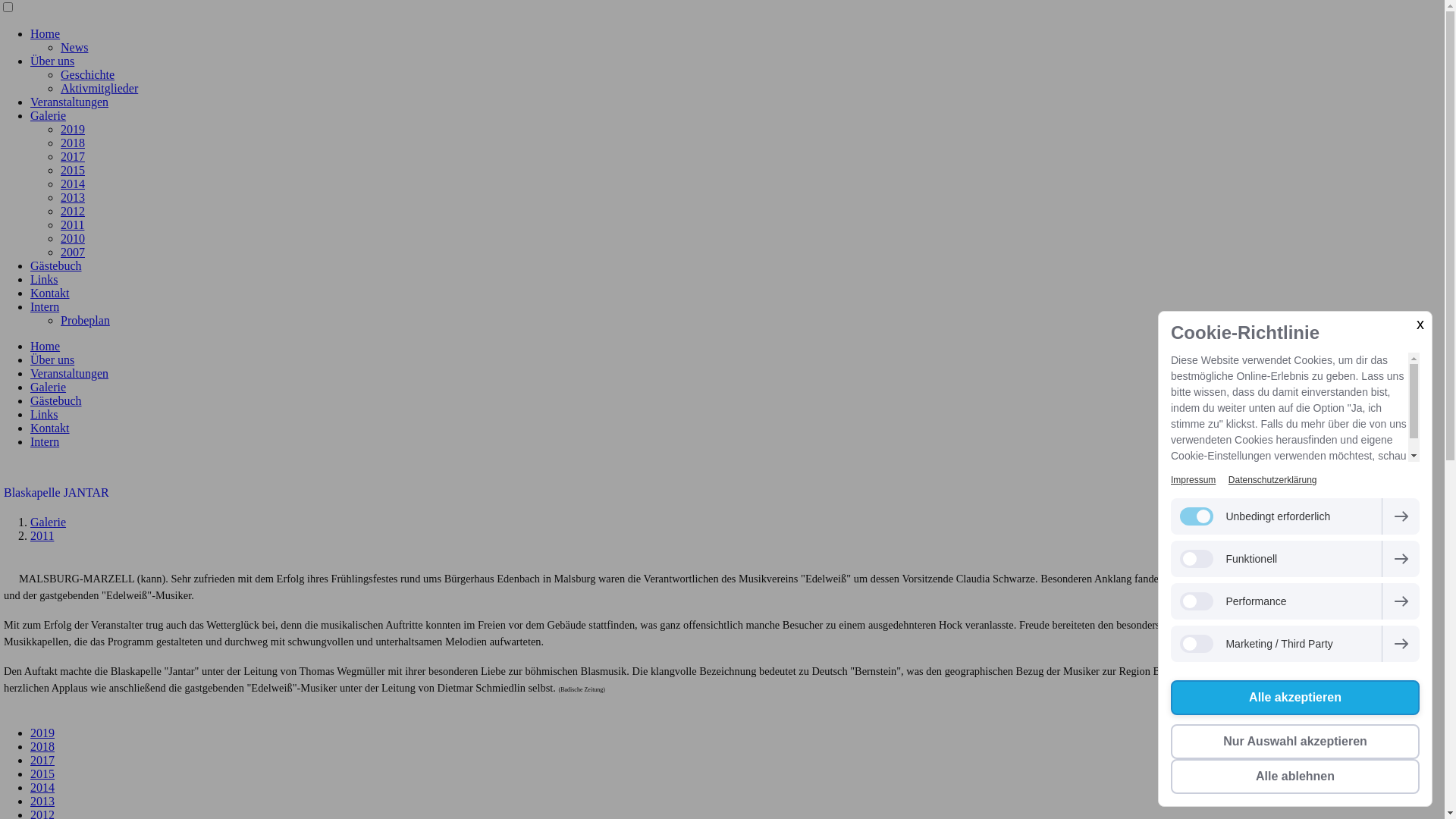 The height and width of the screenshot is (819, 1456). I want to click on 'Galerie', so click(30, 386).